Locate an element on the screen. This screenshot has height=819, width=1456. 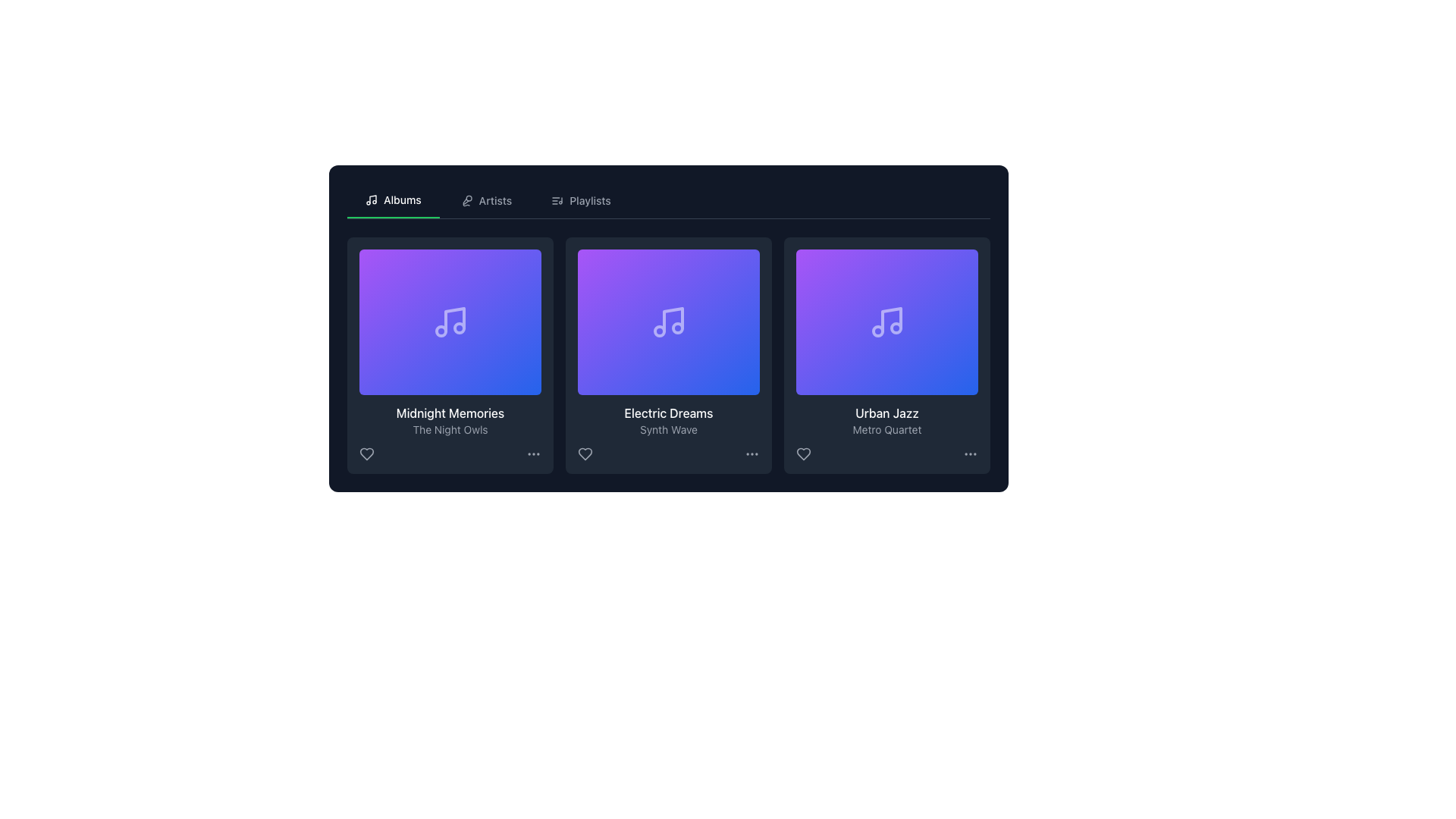
the text label providing supplemental detail for the album 'Electric Dreams' is located at coordinates (668, 430).